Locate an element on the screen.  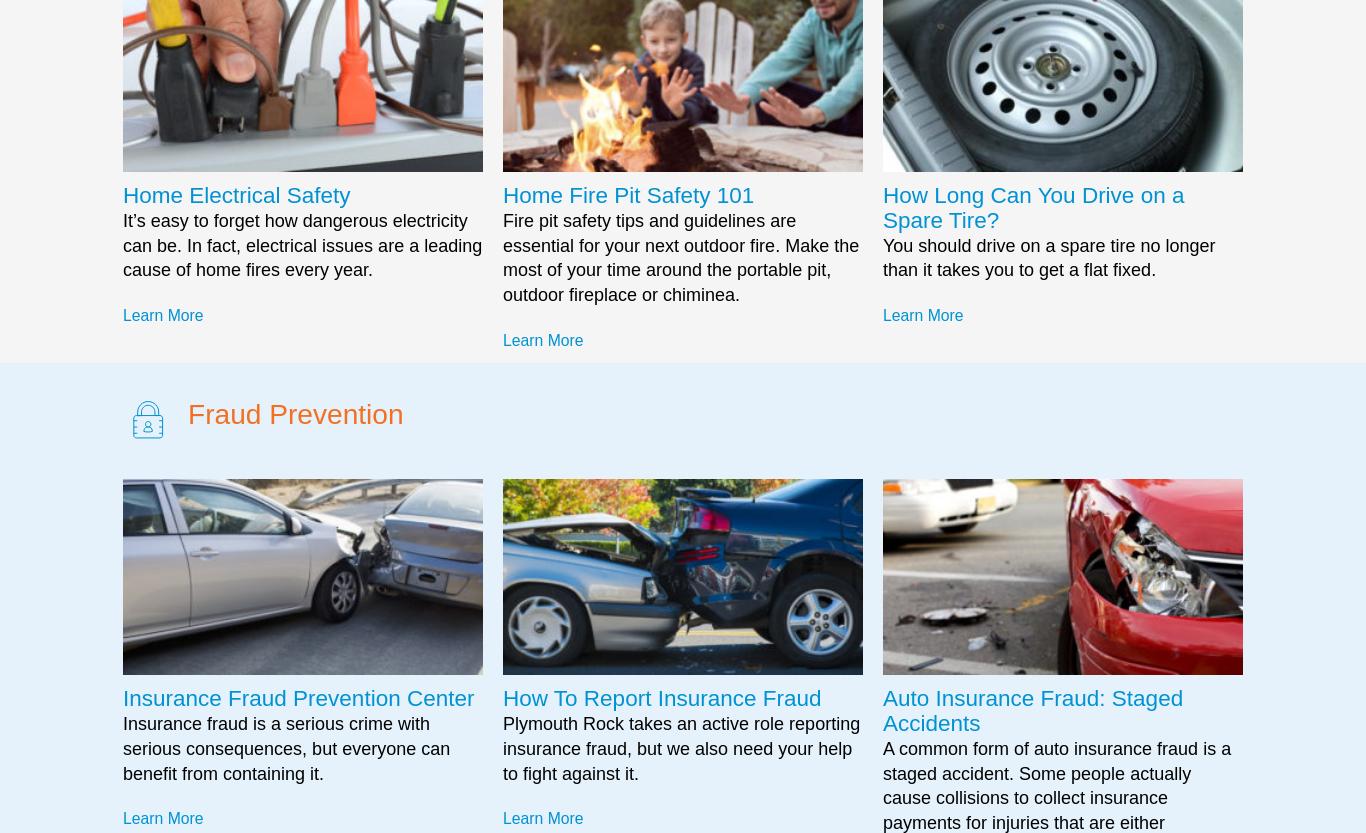
'How To Report Insurance Fraud' is located at coordinates (660, 697).